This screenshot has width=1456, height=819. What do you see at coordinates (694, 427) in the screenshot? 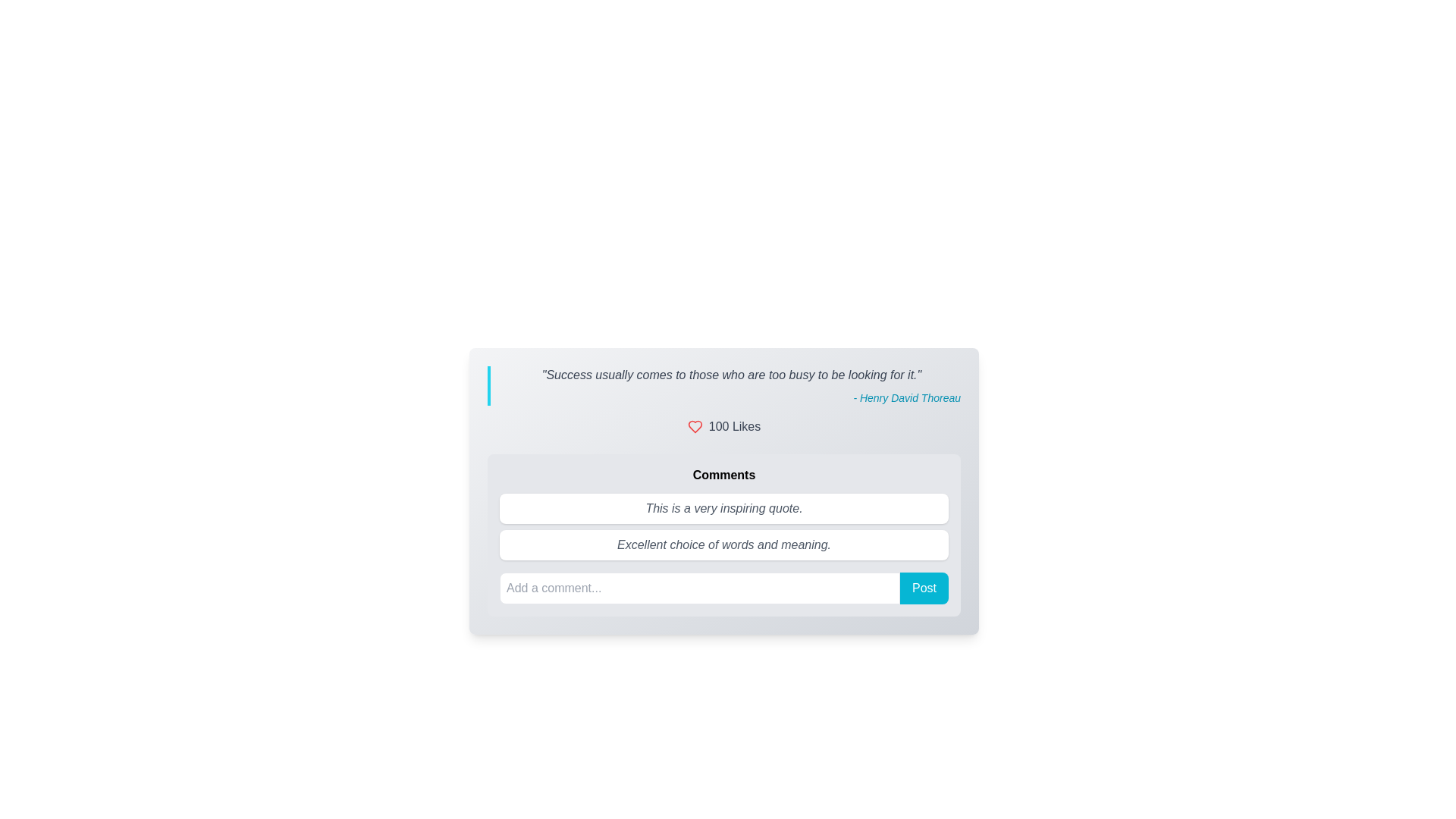
I see `the red heart icon, which indicates the like status, located near the text '100 Likes'` at bounding box center [694, 427].